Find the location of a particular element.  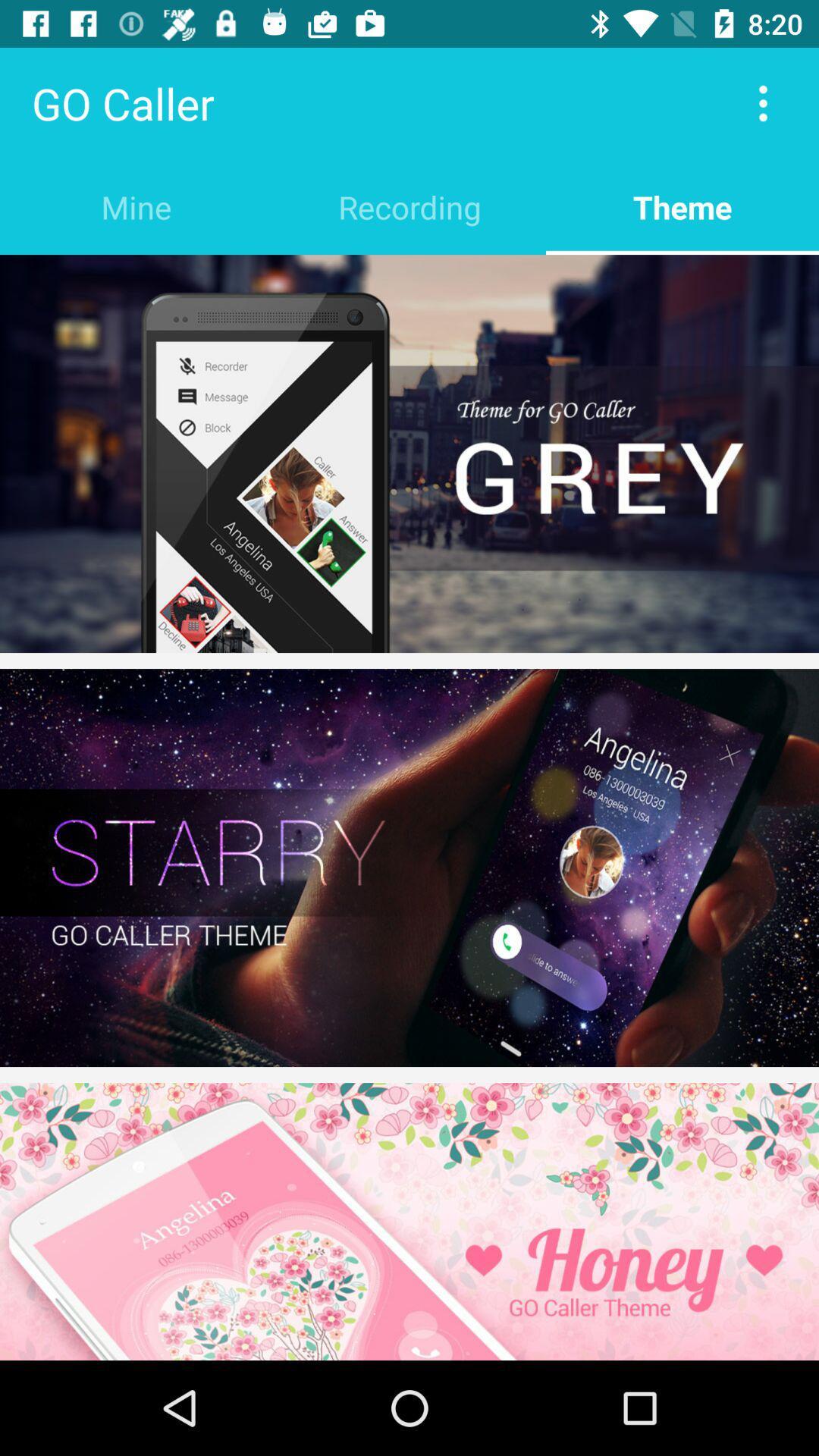

more options is located at coordinates (763, 102).